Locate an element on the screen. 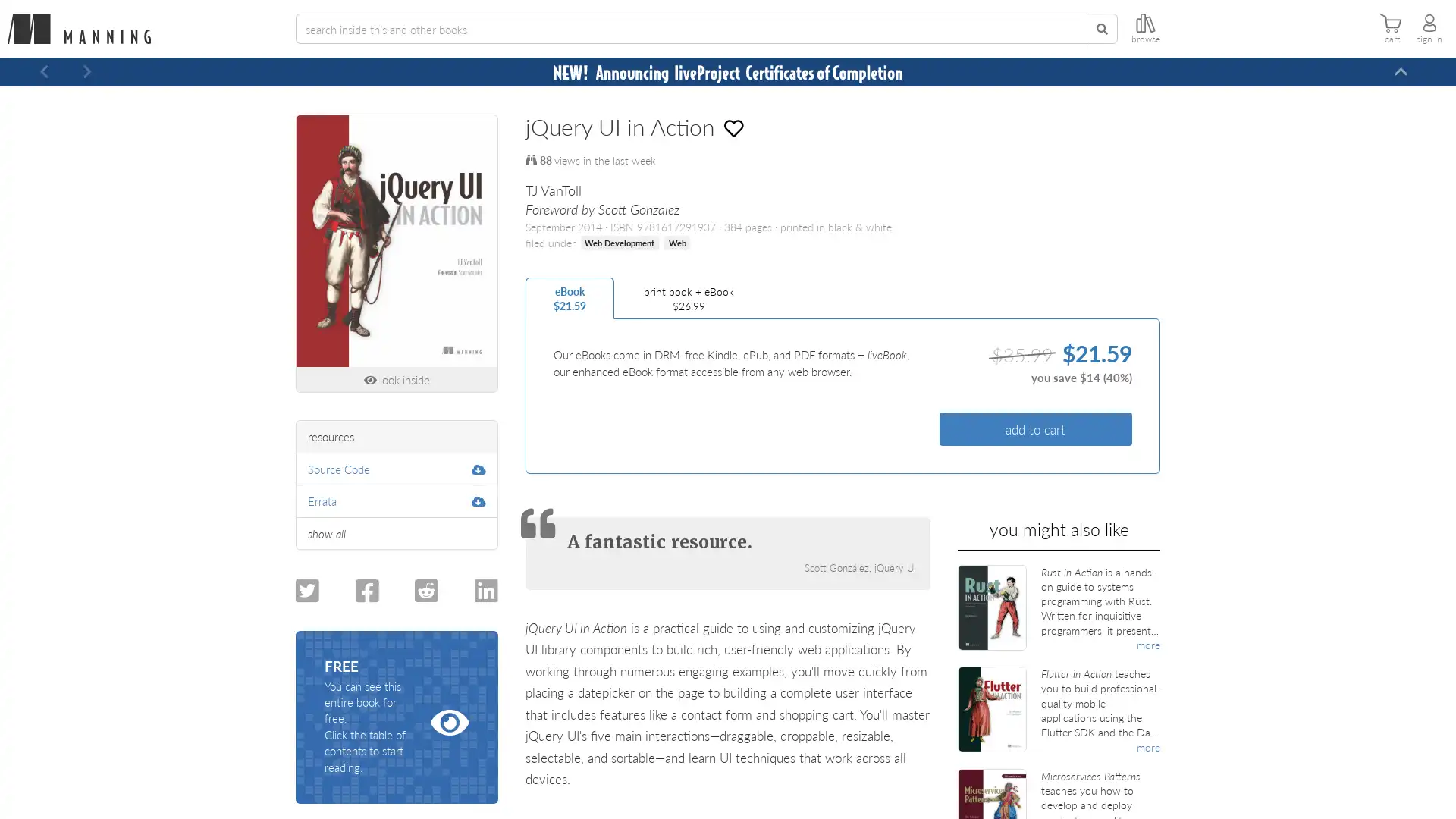  Next is located at coordinates (86, 72).